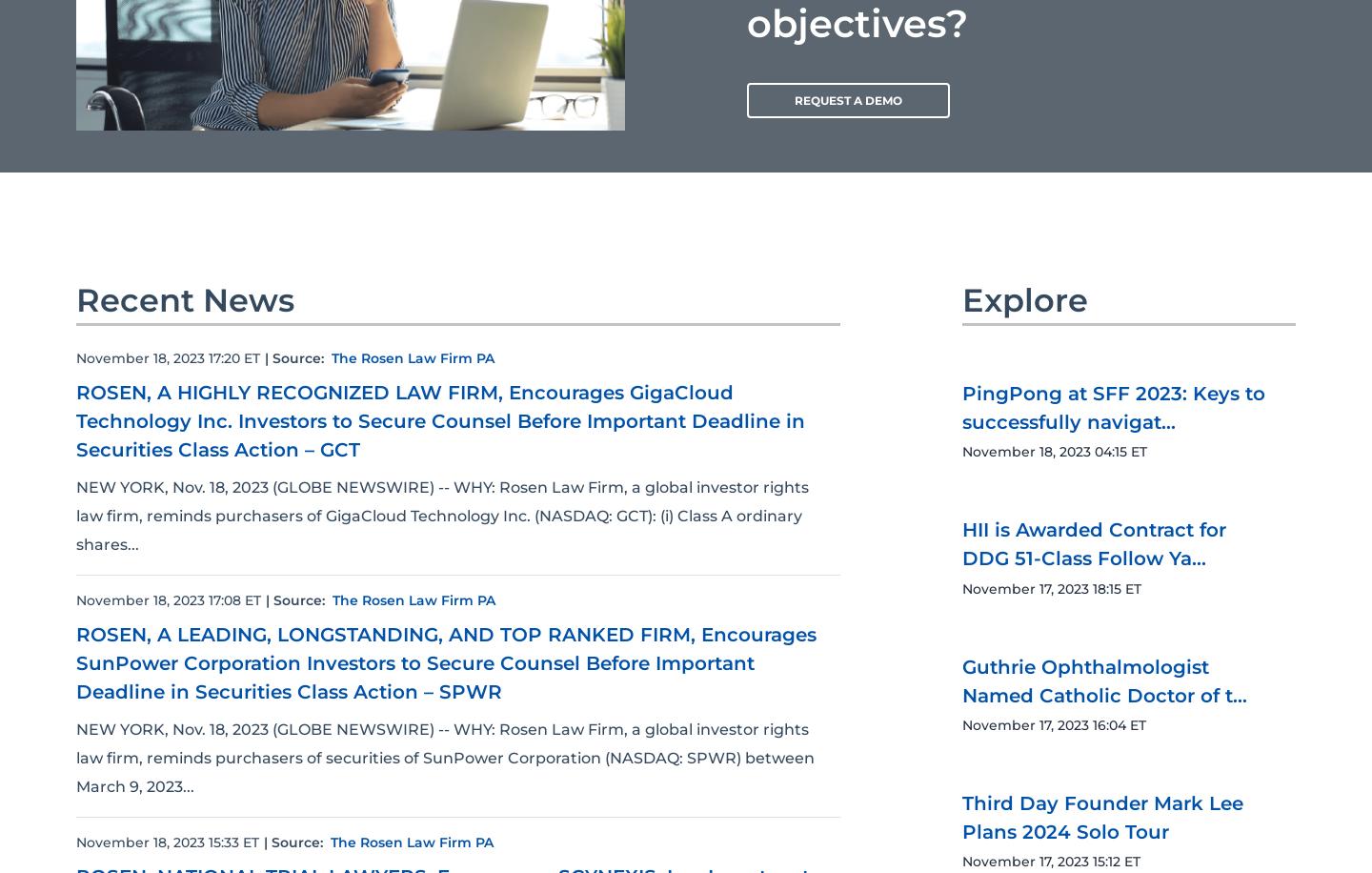 The width and height of the screenshot is (1372, 873). I want to click on 'November 17, 2023 16:04 ET', so click(1053, 724).